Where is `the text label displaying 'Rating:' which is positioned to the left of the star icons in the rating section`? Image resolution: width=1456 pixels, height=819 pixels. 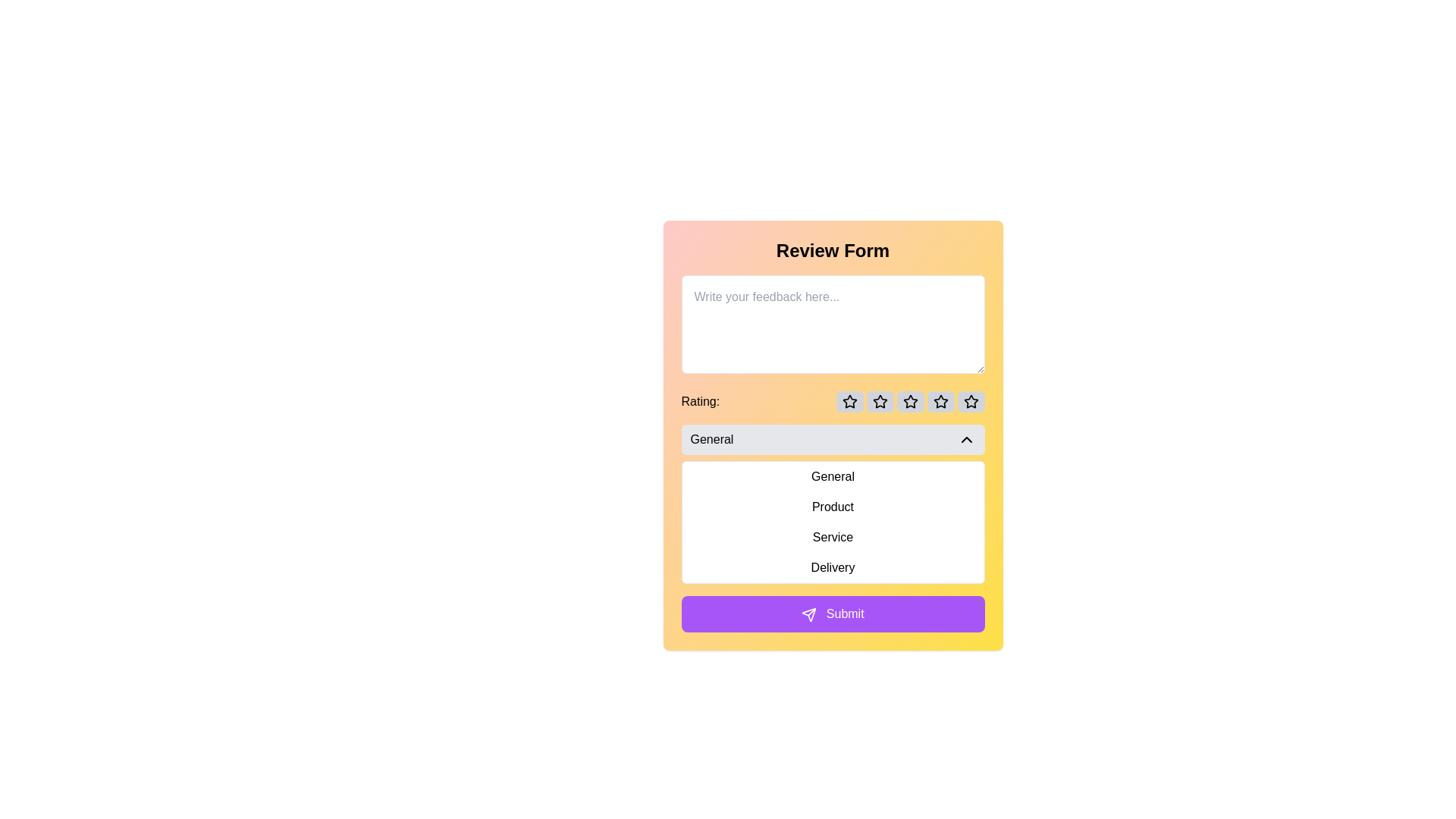 the text label displaying 'Rating:' which is positioned to the left of the star icons in the rating section is located at coordinates (699, 400).